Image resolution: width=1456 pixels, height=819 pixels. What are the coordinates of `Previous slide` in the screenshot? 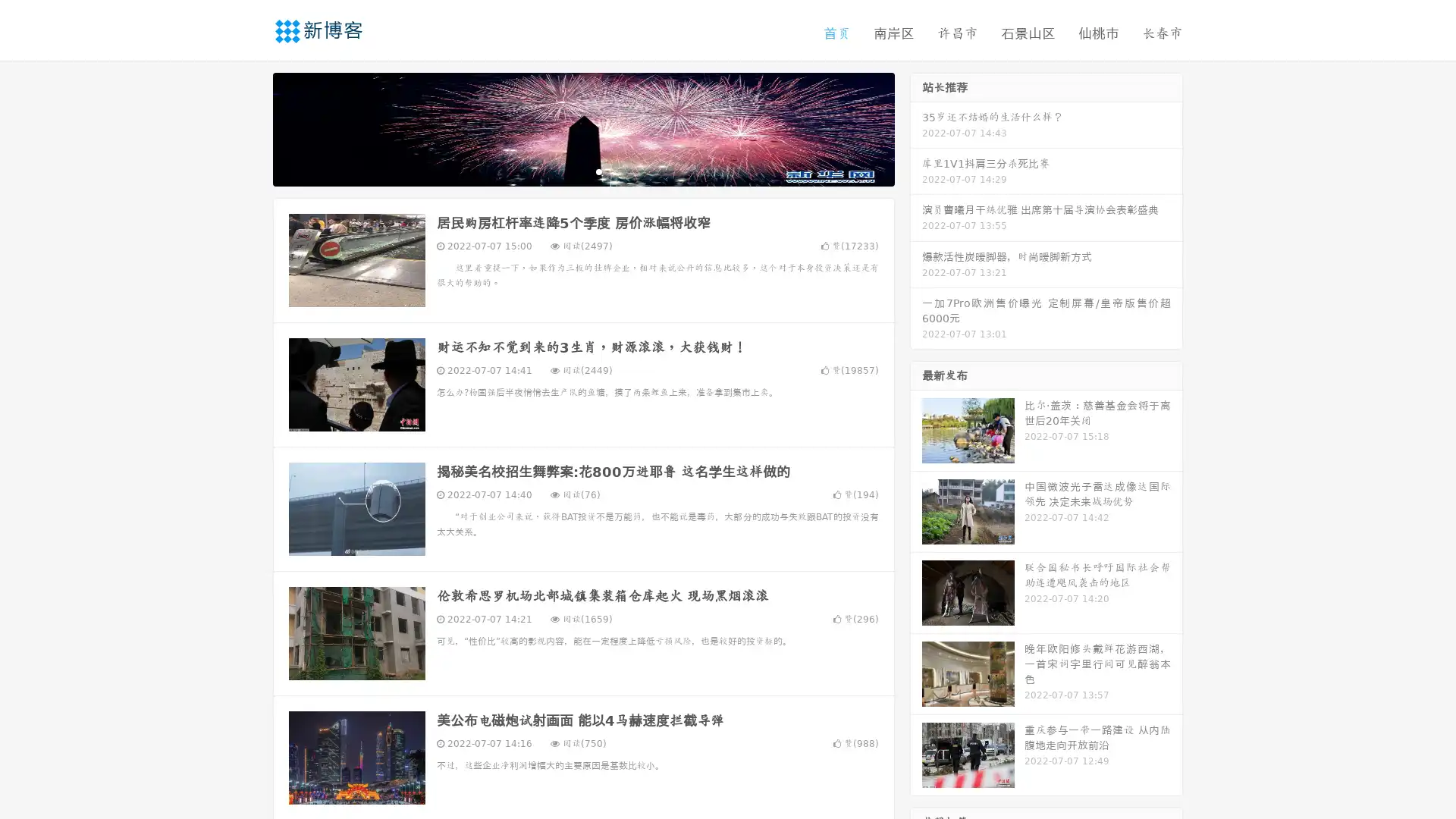 It's located at (250, 127).